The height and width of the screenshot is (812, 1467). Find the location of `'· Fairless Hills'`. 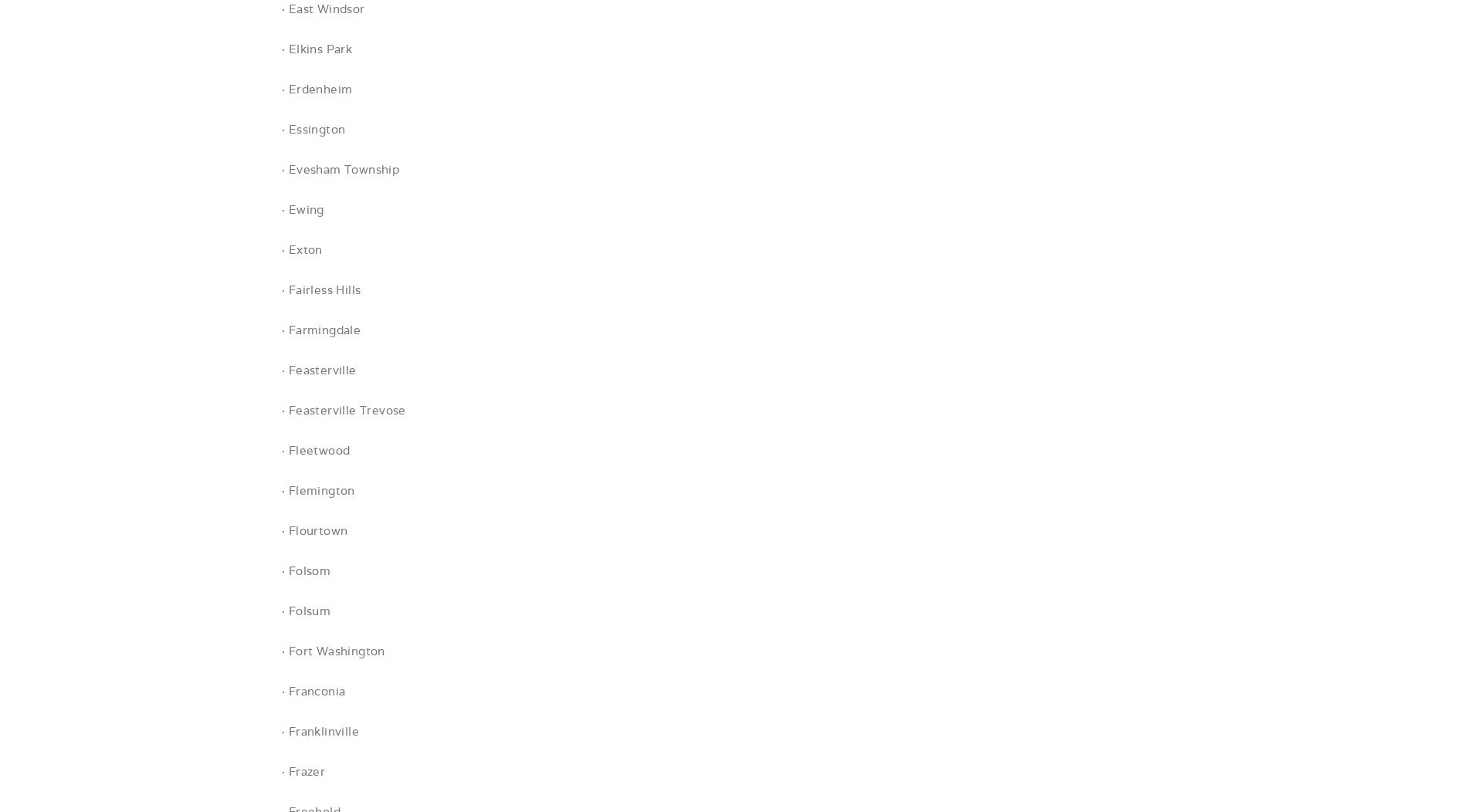

'· Fairless Hills' is located at coordinates (320, 289).